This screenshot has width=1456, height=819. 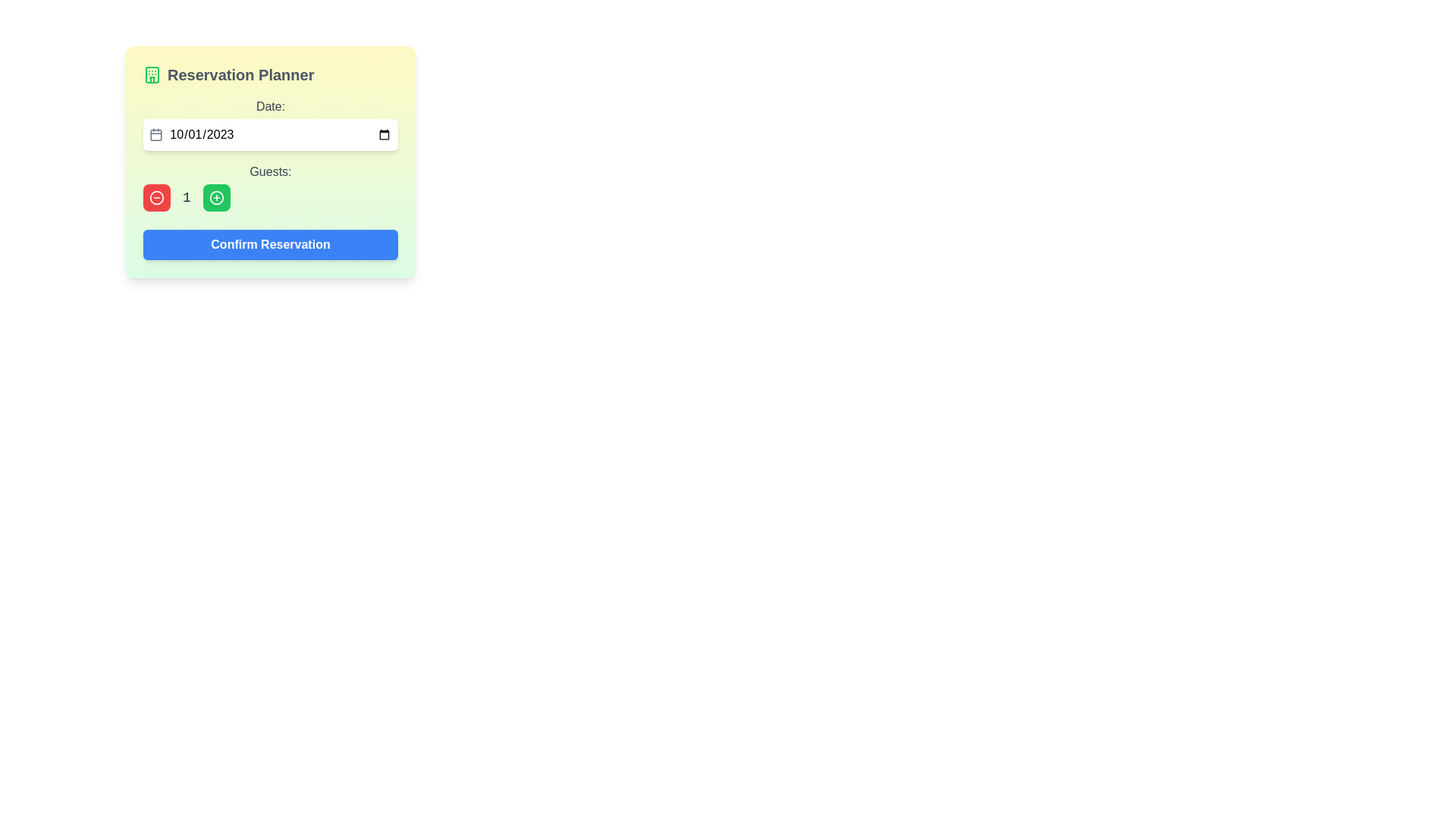 What do you see at coordinates (270, 171) in the screenshot?
I see `the text label that reads 'Guests:' which is positioned in a neutral gray shade, located in the middle section of the form interface, below the date input field` at bounding box center [270, 171].